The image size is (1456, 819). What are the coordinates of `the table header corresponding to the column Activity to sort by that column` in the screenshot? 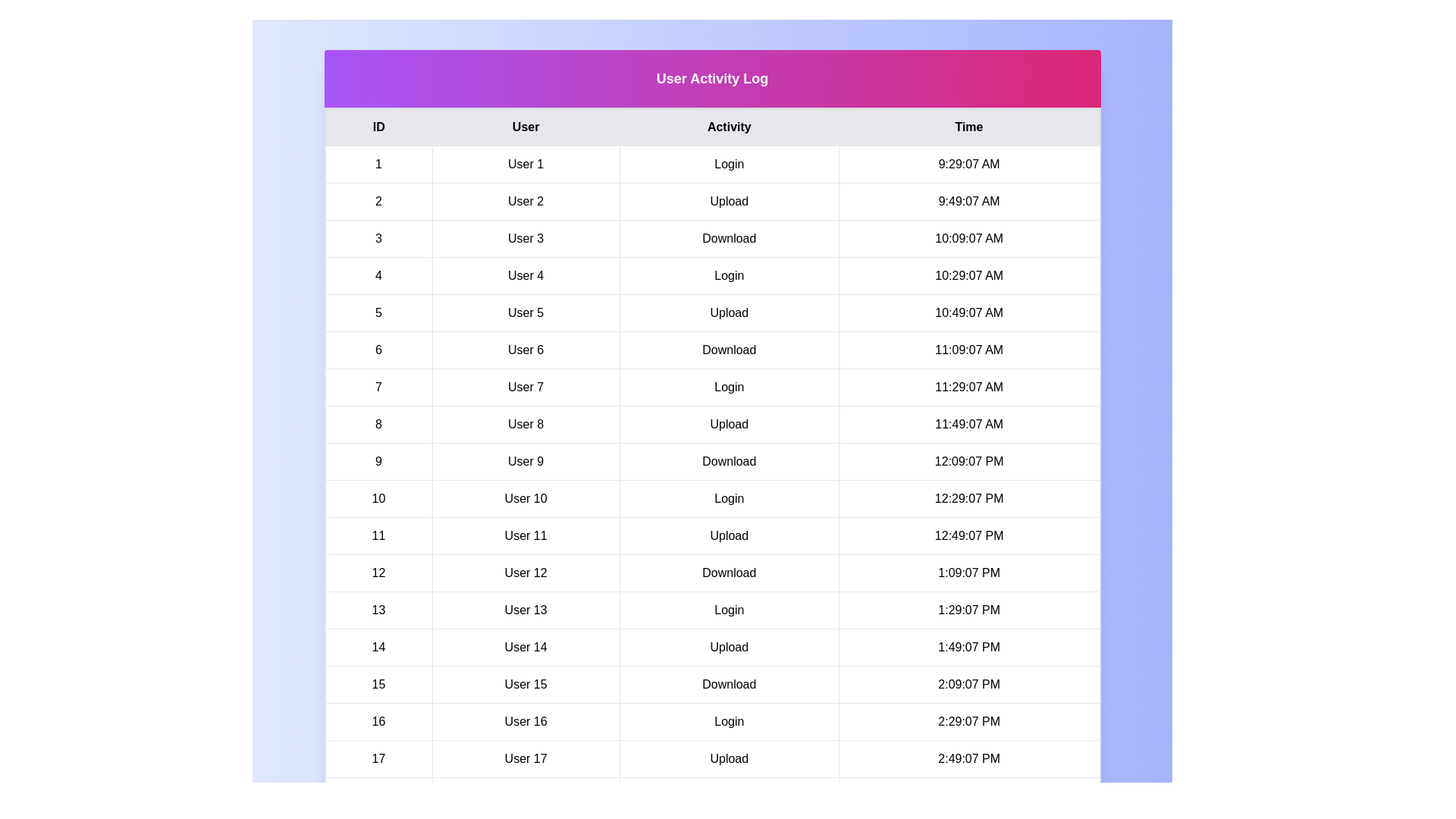 It's located at (729, 127).